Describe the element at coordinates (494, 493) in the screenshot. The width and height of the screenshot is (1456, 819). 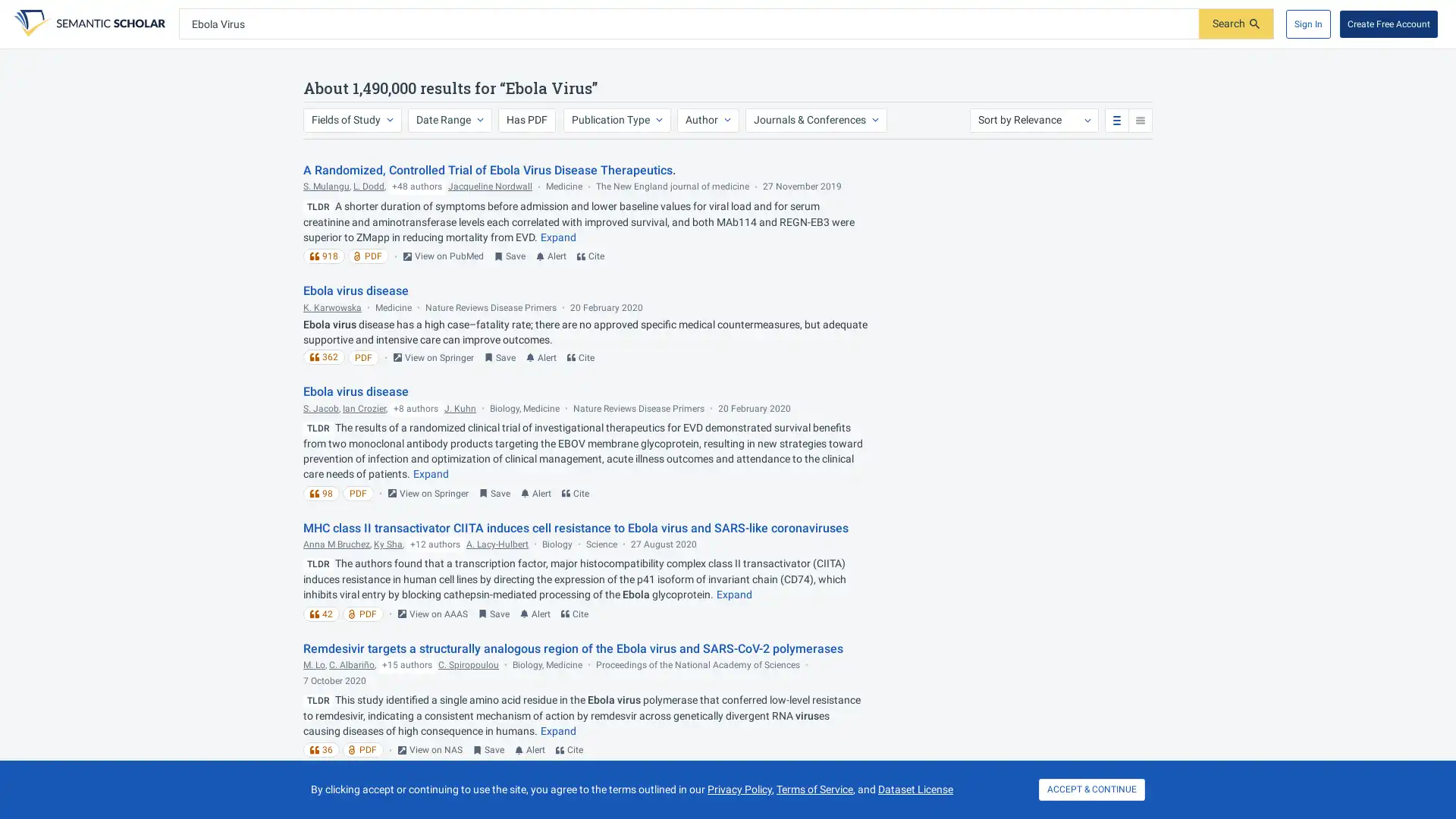
I see `Save to Library` at that location.